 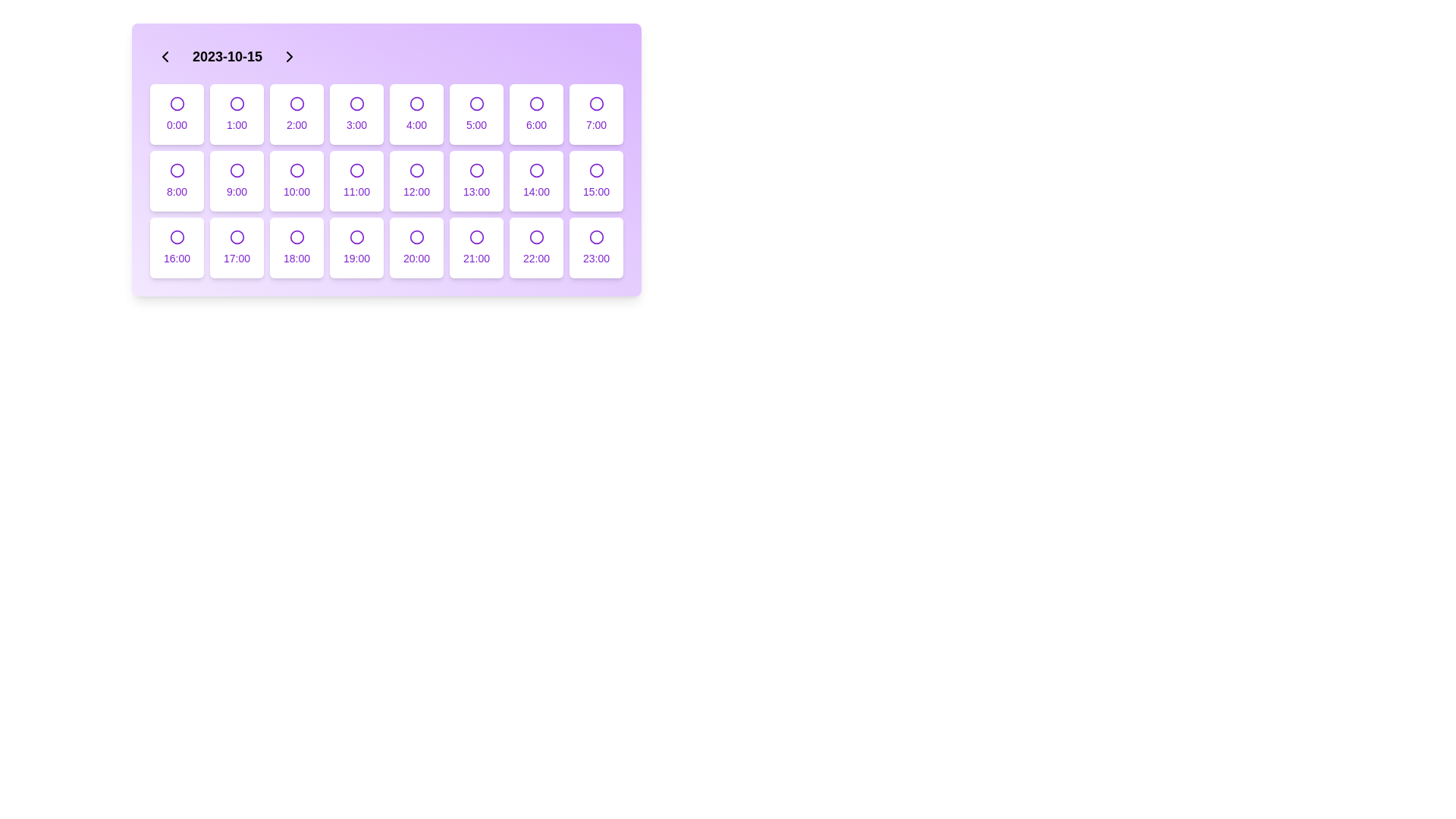 What do you see at coordinates (297, 237) in the screenshot?
I see `the interactive circular marker indicating the time slot '18:00' located in the sixth column of the third row of the calendar interface` at bounding box center [297, 237].